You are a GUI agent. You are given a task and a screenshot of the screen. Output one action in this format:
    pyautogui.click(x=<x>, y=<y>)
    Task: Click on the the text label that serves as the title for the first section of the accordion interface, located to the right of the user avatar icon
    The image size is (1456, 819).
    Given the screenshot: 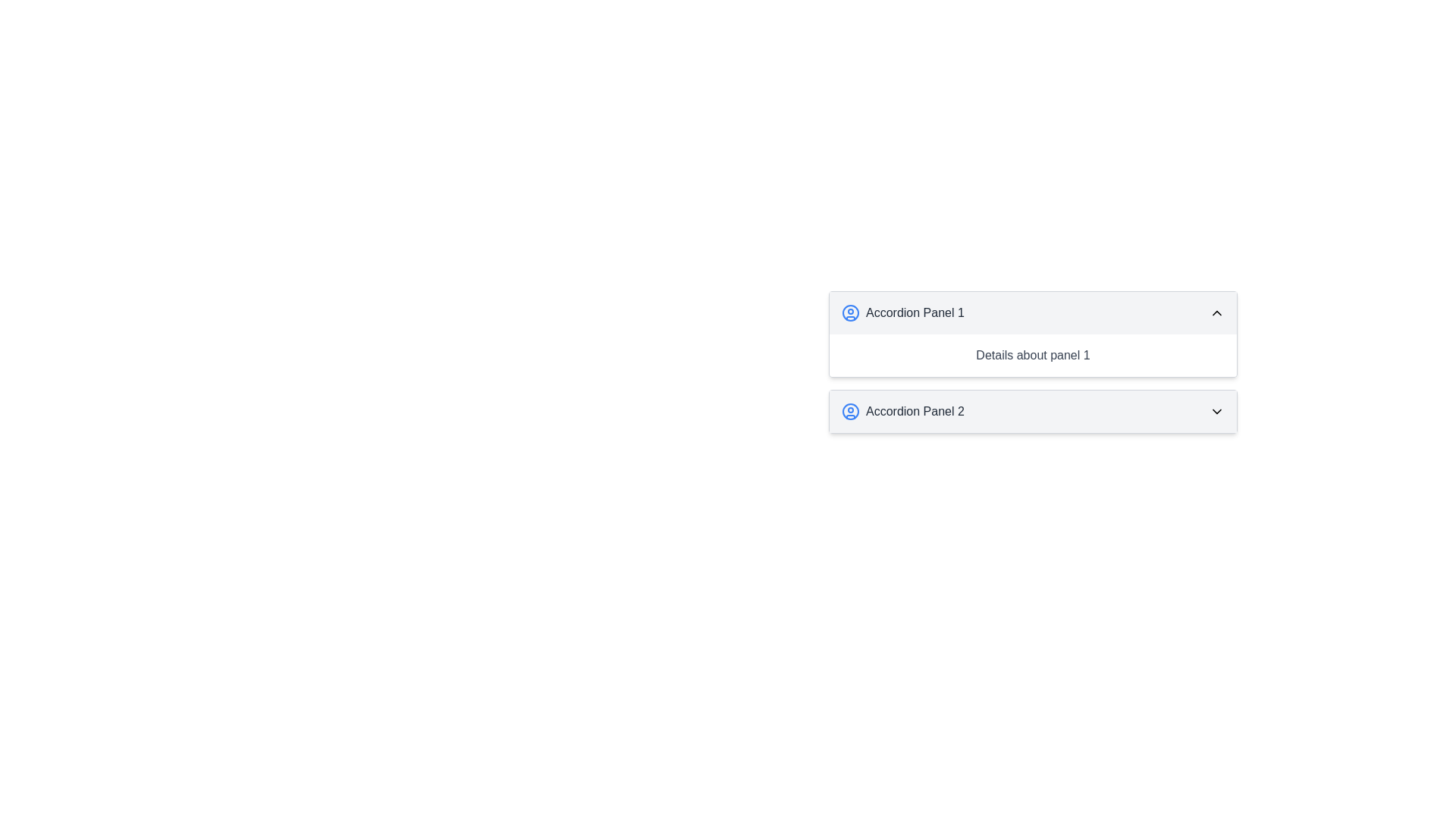 What is the action you would take?
    pyautogui.click(x=914, y=312)
    